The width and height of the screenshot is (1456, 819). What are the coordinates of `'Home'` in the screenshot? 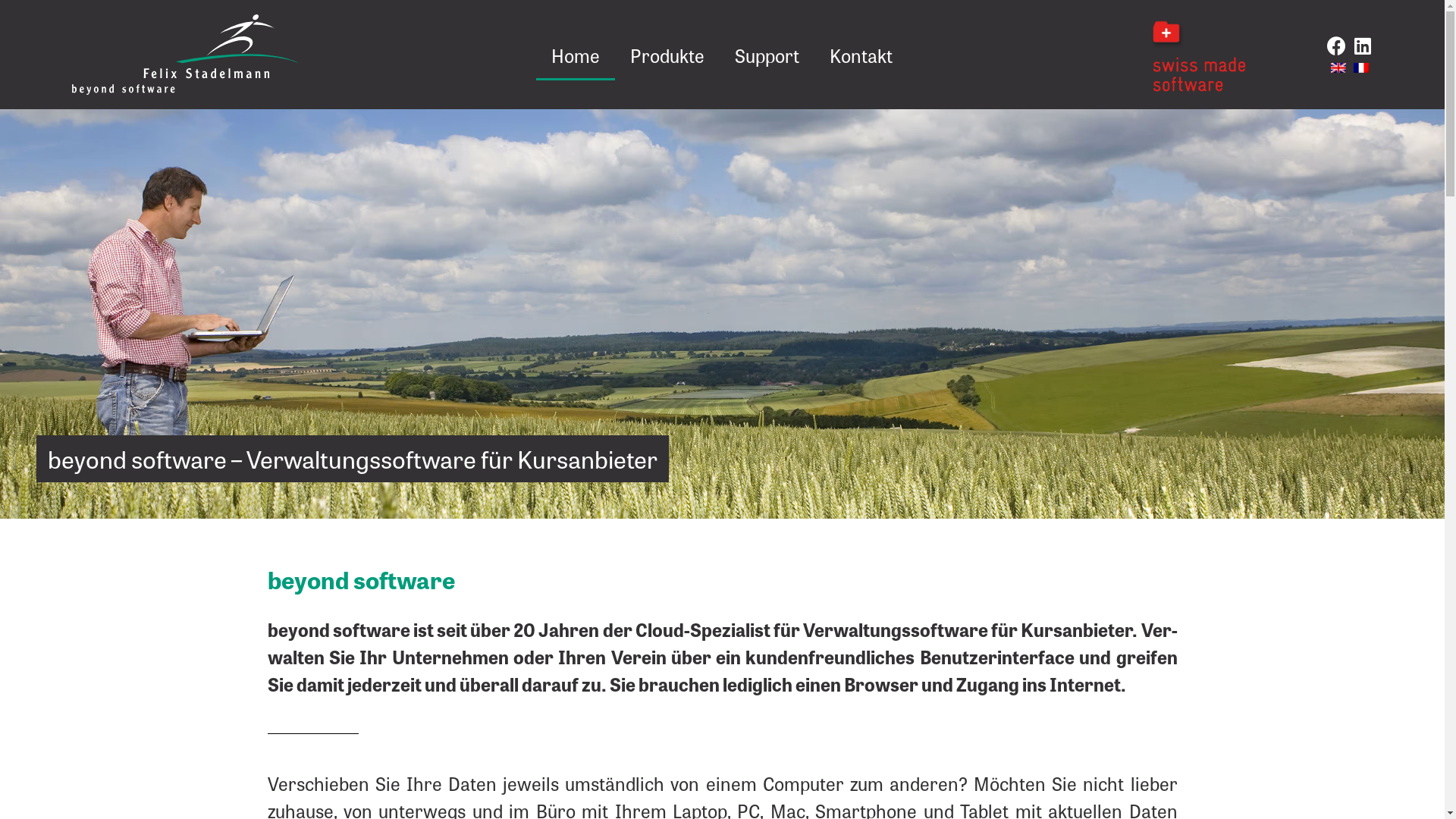 It's located at (535, 54).